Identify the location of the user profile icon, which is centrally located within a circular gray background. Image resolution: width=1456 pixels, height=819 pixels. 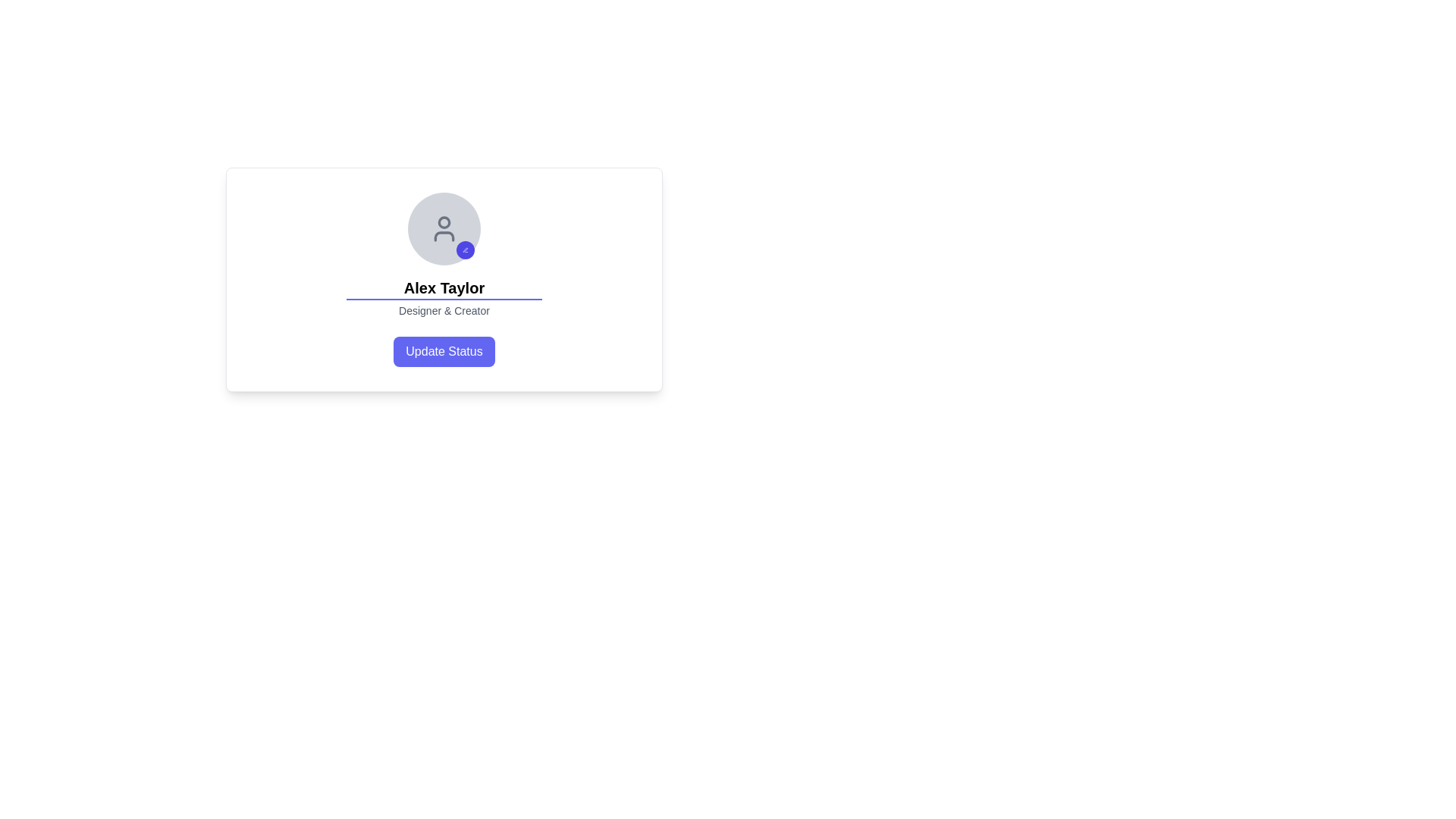
(443, 228).